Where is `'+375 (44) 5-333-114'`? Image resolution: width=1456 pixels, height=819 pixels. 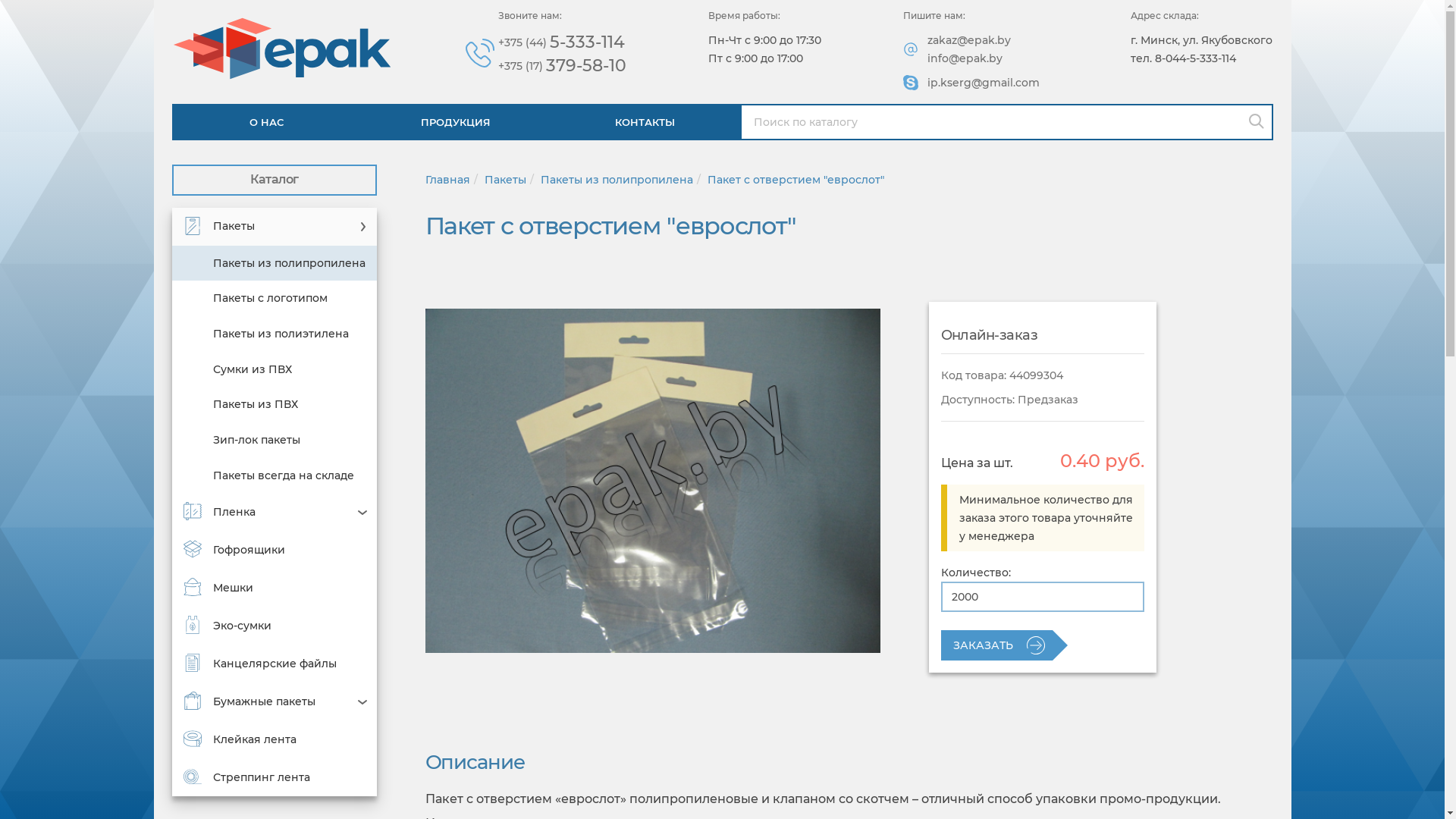 '+375 (44) 5-333-114' is located at coordinates (561, 42).